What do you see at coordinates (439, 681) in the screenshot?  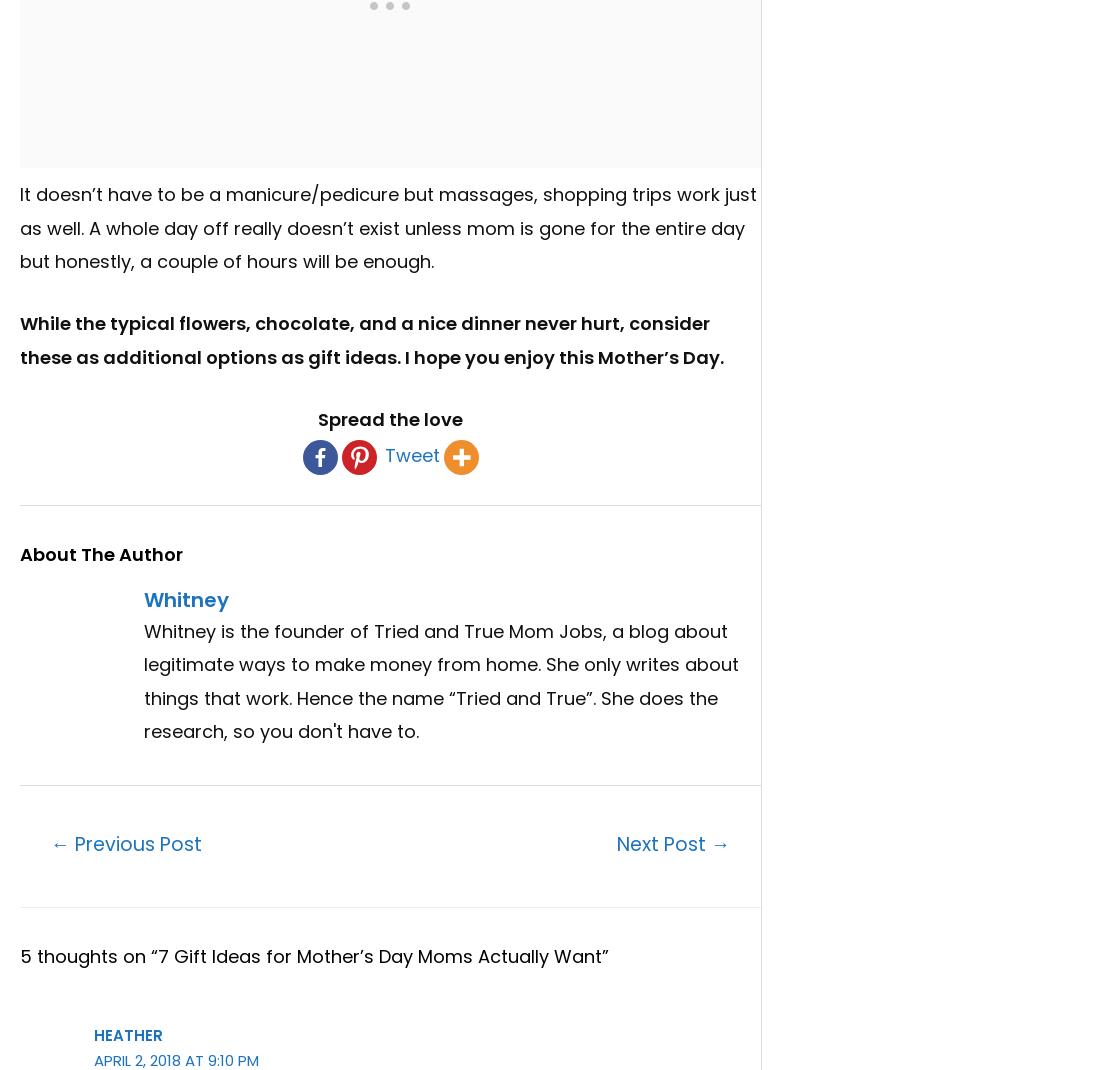 I see `'Whitney is the founder of Tried and True Mom Jobs, a blog about legitimate ways to make money from home. She only writes about things that work. Hence the name “Tried and True”. She does the research, so you don't have to.'` at bounding box center [439, 681].